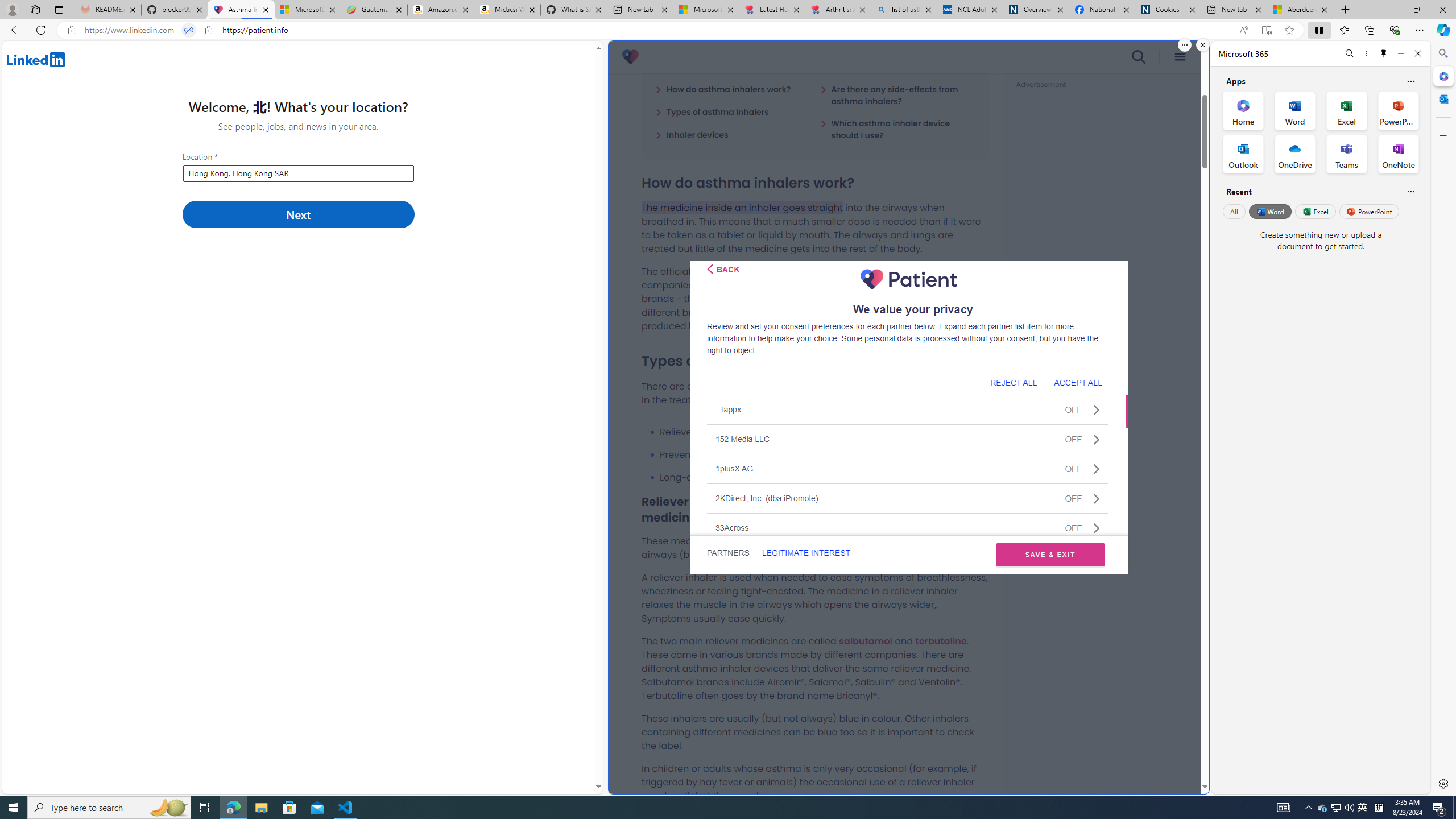  What do you see at coordinates (897, 129) in the screenshot?
I see `'Which asthma inhaler device should I use?'` at bounding box center [897, 129].